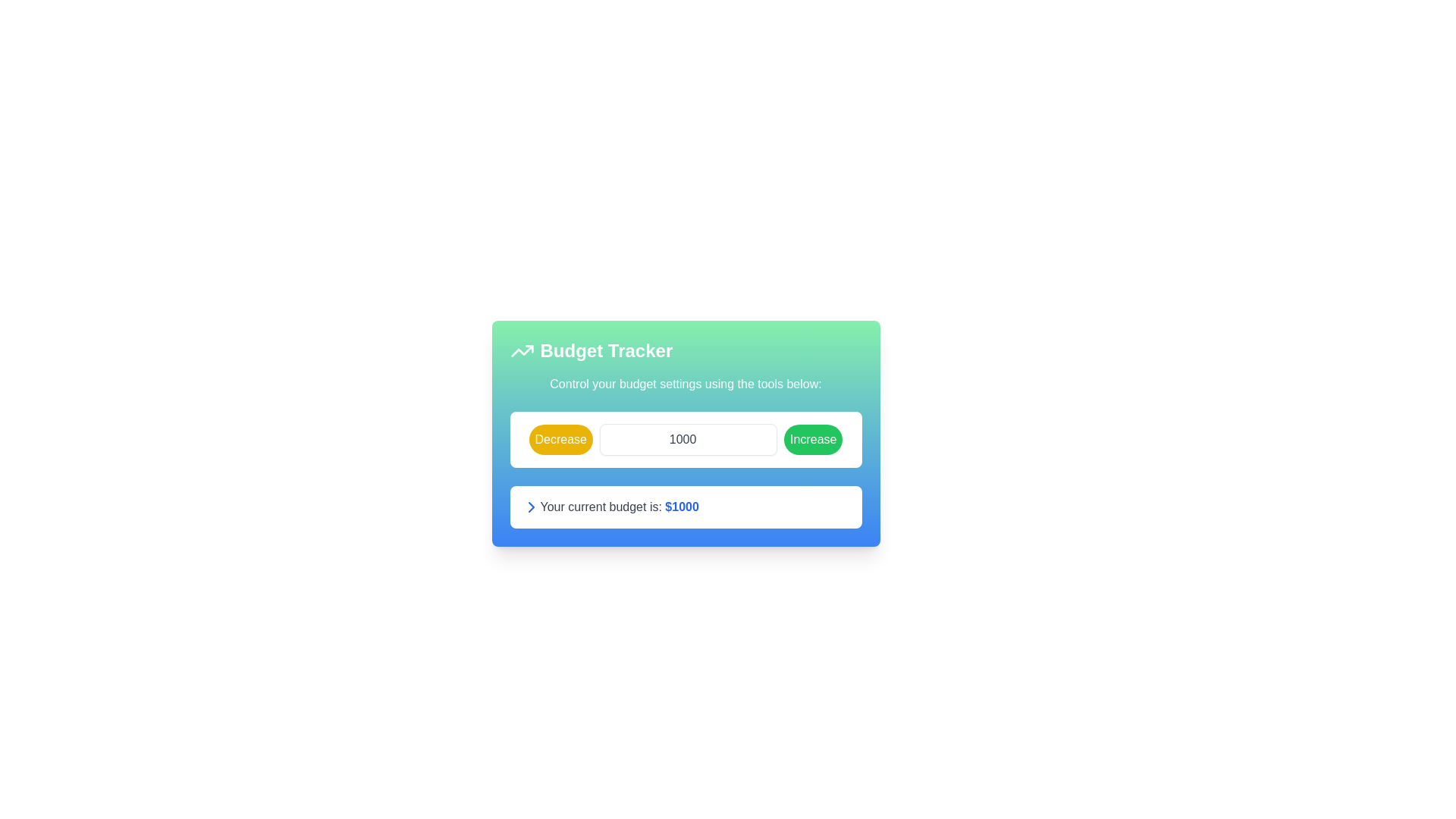 The image size is (1456, 819). I want to click on the numeric input field within the 'Budget Tracker' card interface to focus it for editing, so click(687, 439).